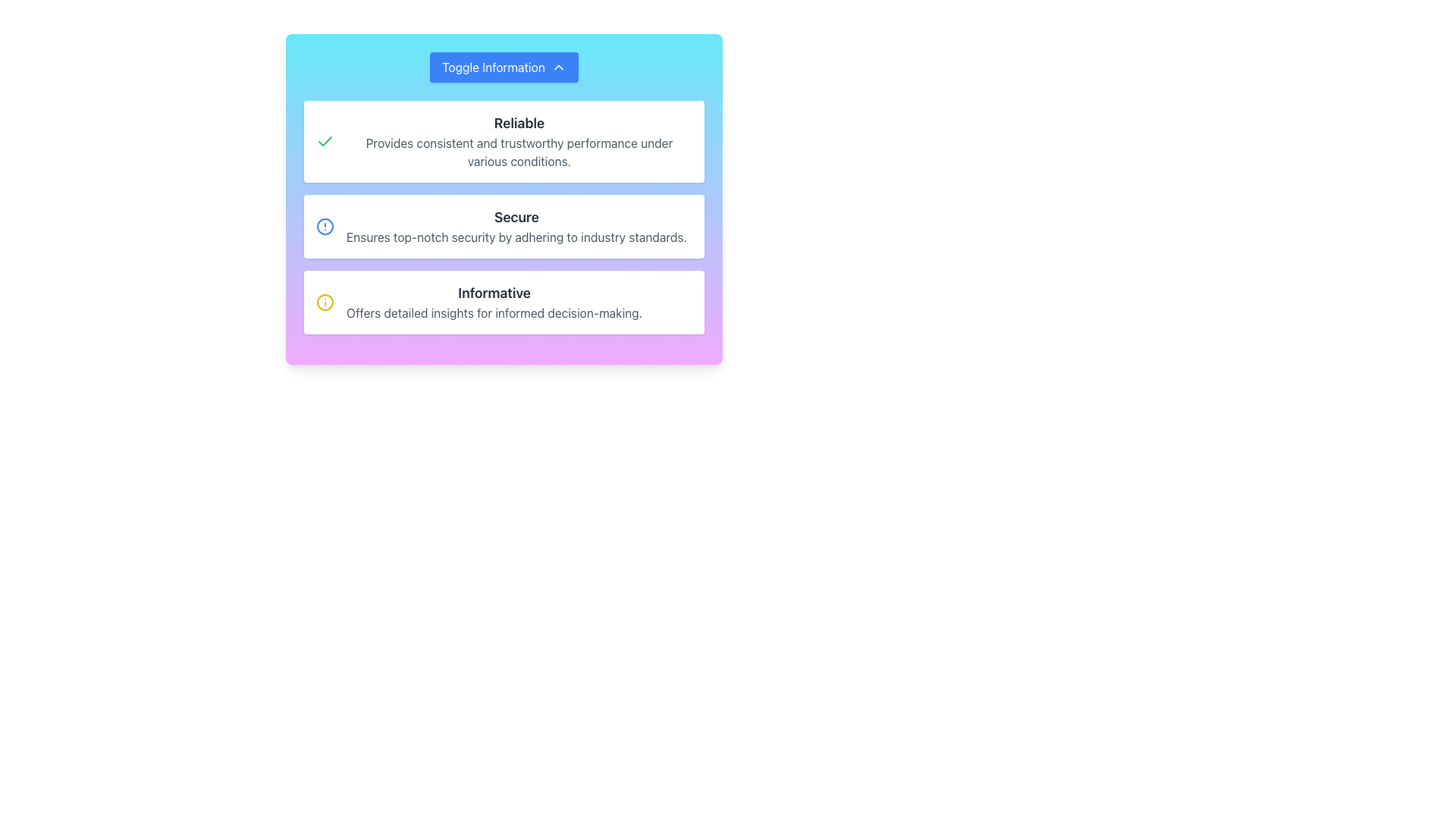  Describe the element at coordinates (557, 66) in the screenshot. I see `the small upward-pointing chevron icon outlined in white, located on the right edge of the blue button labeled 'Toggle Information'` at that location.